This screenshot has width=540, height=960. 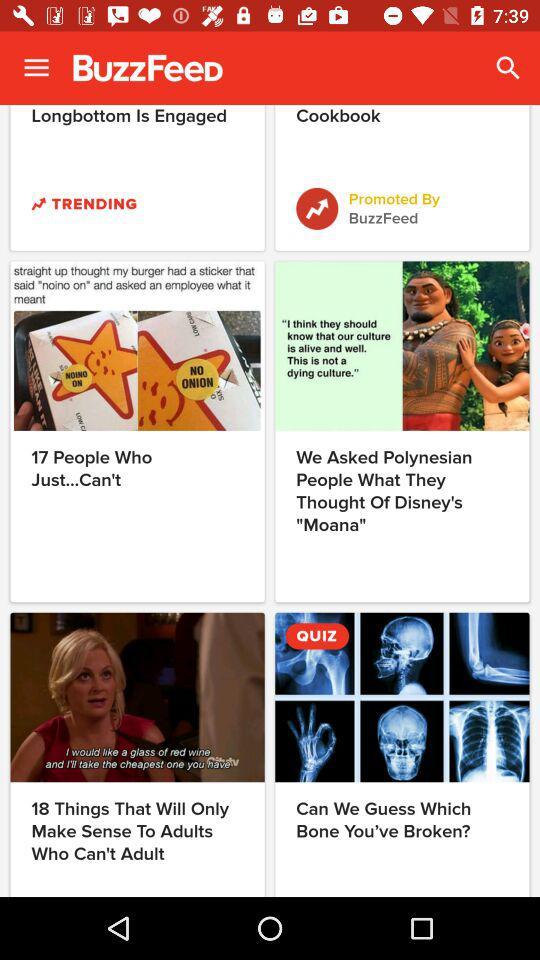 What do you see at coordinates (508, 68) in the screenshot?
I see `the icon above the oh yes a icon` at bounding box center [508, 68].